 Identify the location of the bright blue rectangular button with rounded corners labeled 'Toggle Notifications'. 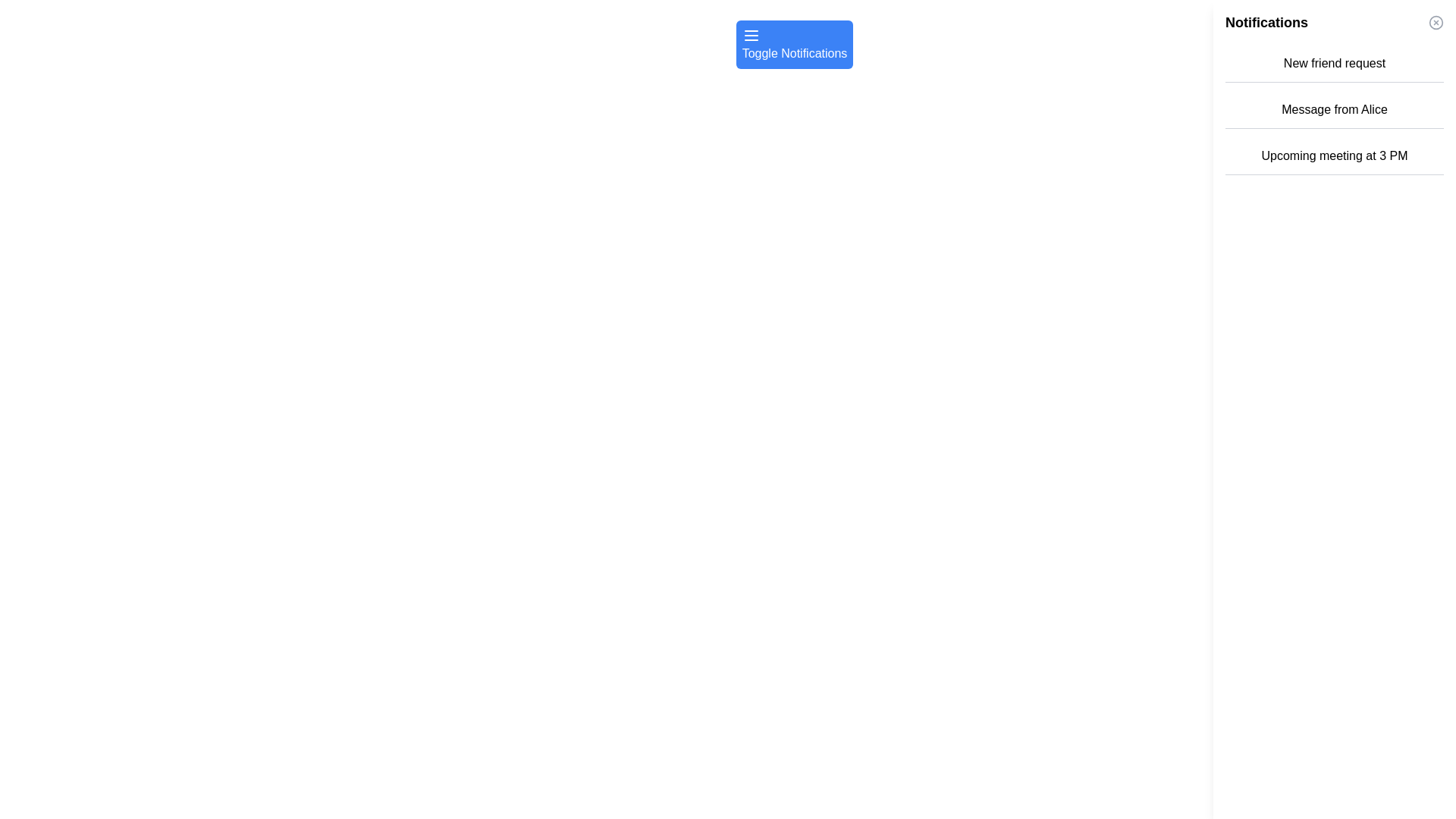
(793, 43).